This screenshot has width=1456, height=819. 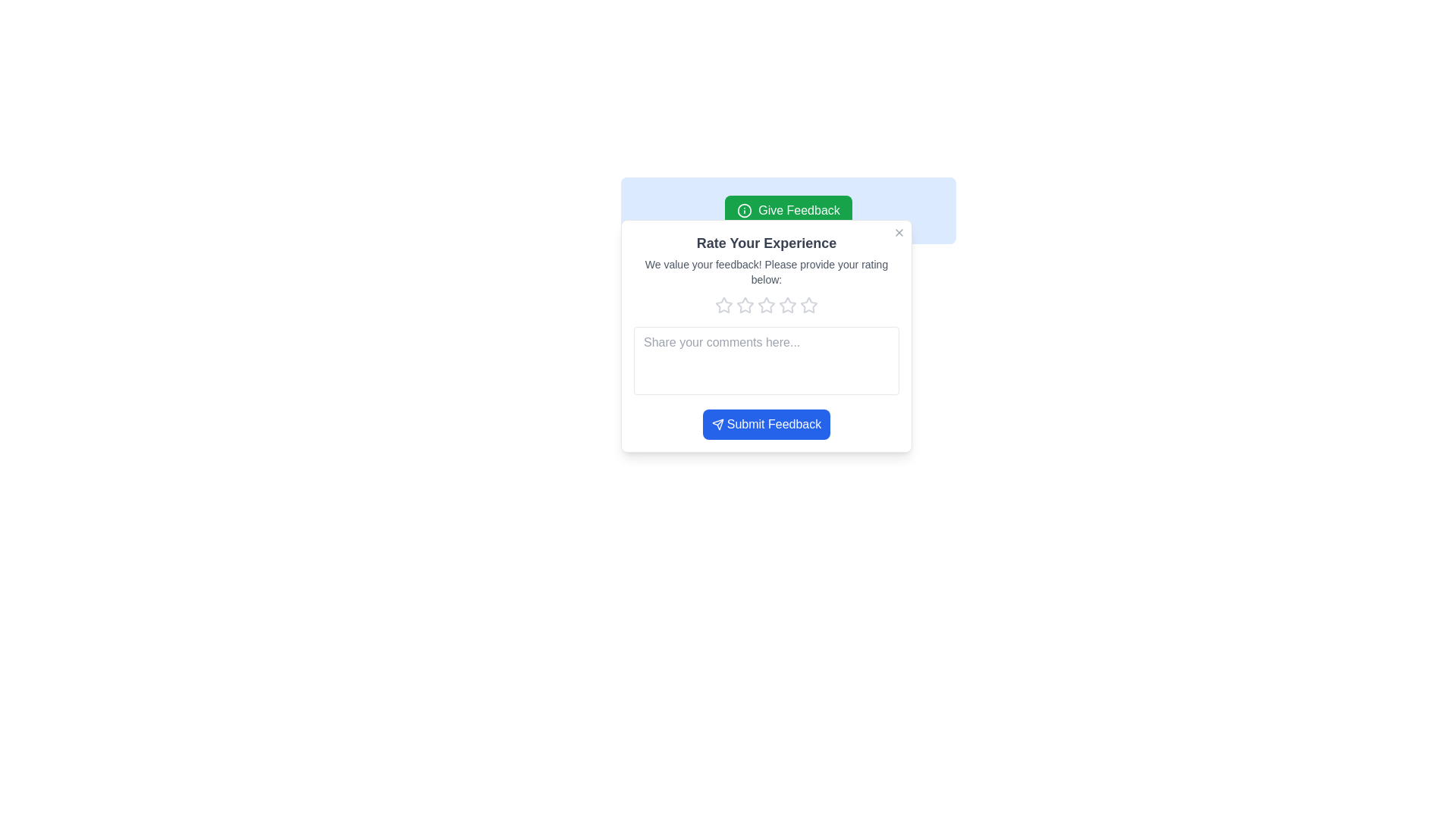 I want to click on the first star-shaped rating icon in the feedback dialog box, so click(x=723, y=305).